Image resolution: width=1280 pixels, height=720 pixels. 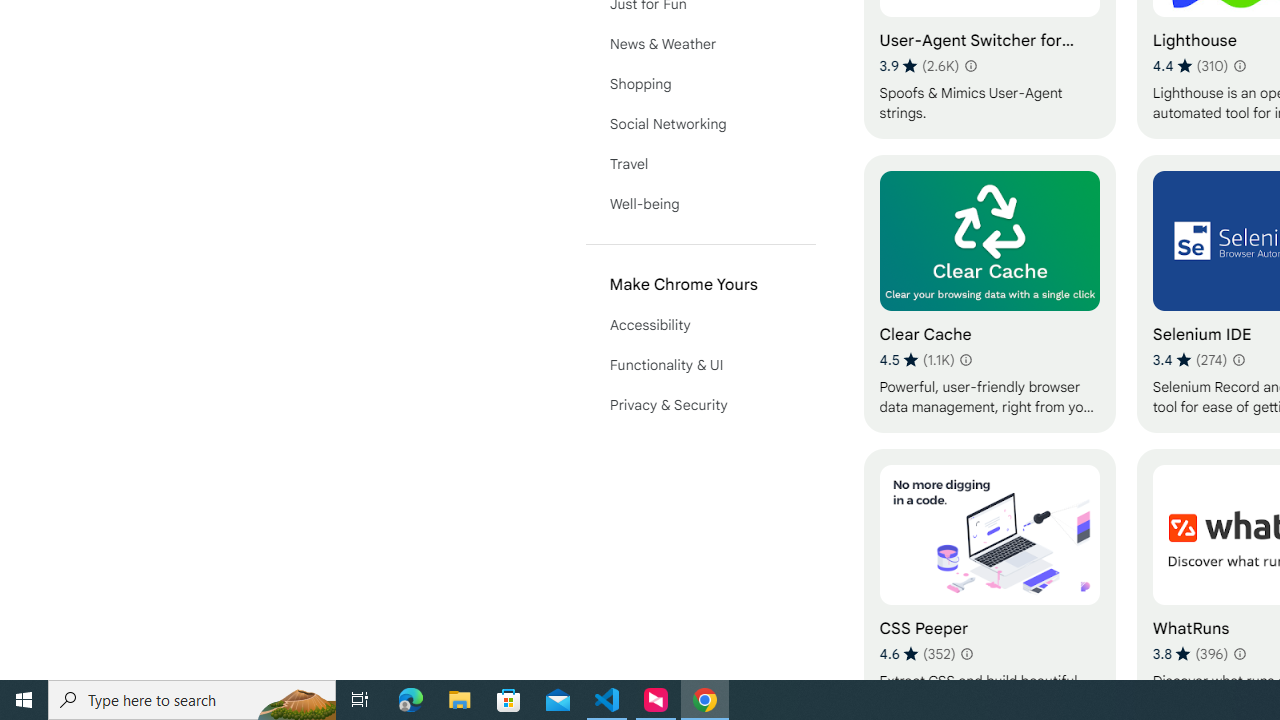 I want to click on 'Average rating 3.9 out of 5 stars. 2.6K ratings.', so click(x=918, y=65).